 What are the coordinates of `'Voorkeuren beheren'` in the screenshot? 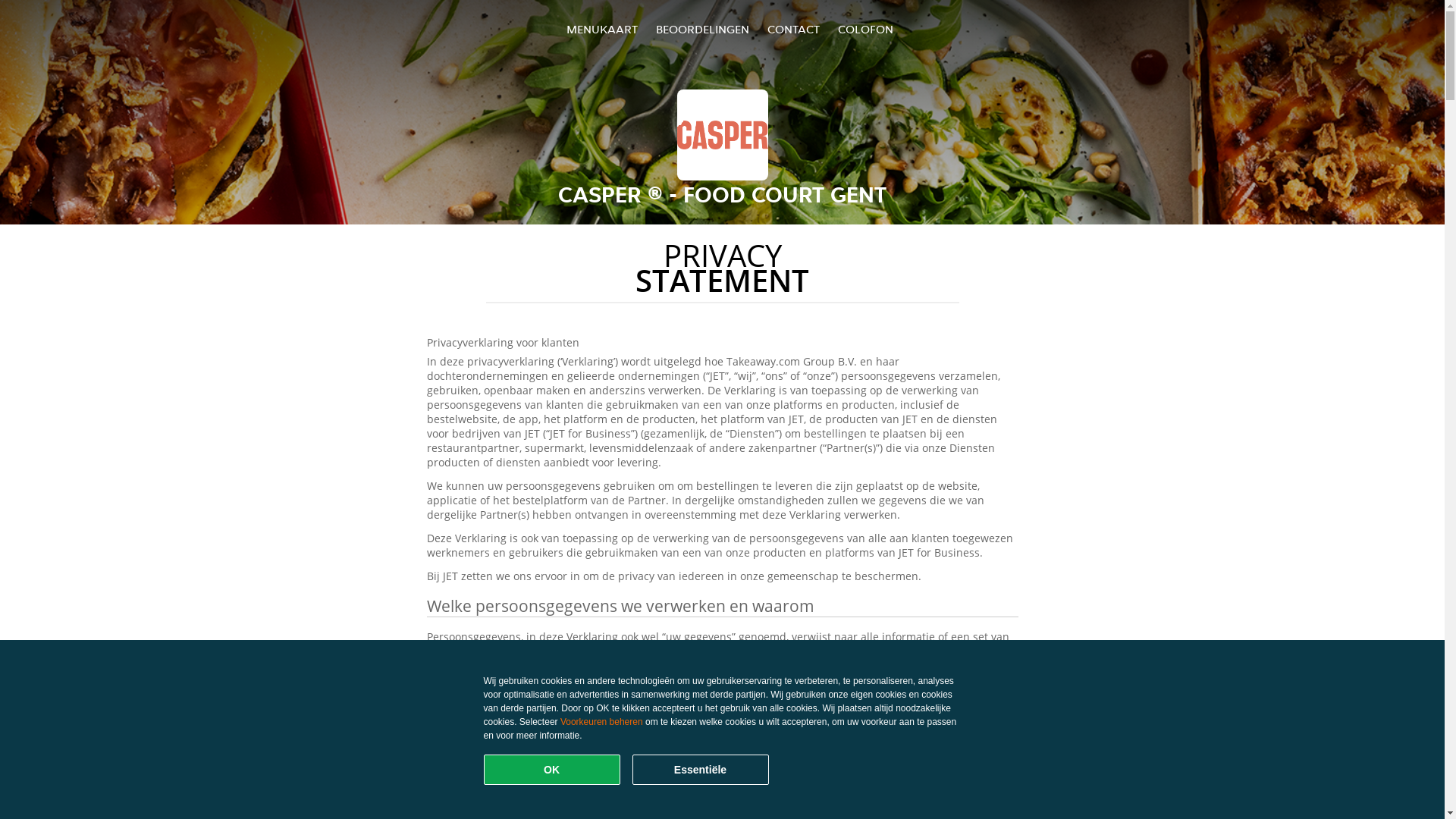 It's located at (601, 721).